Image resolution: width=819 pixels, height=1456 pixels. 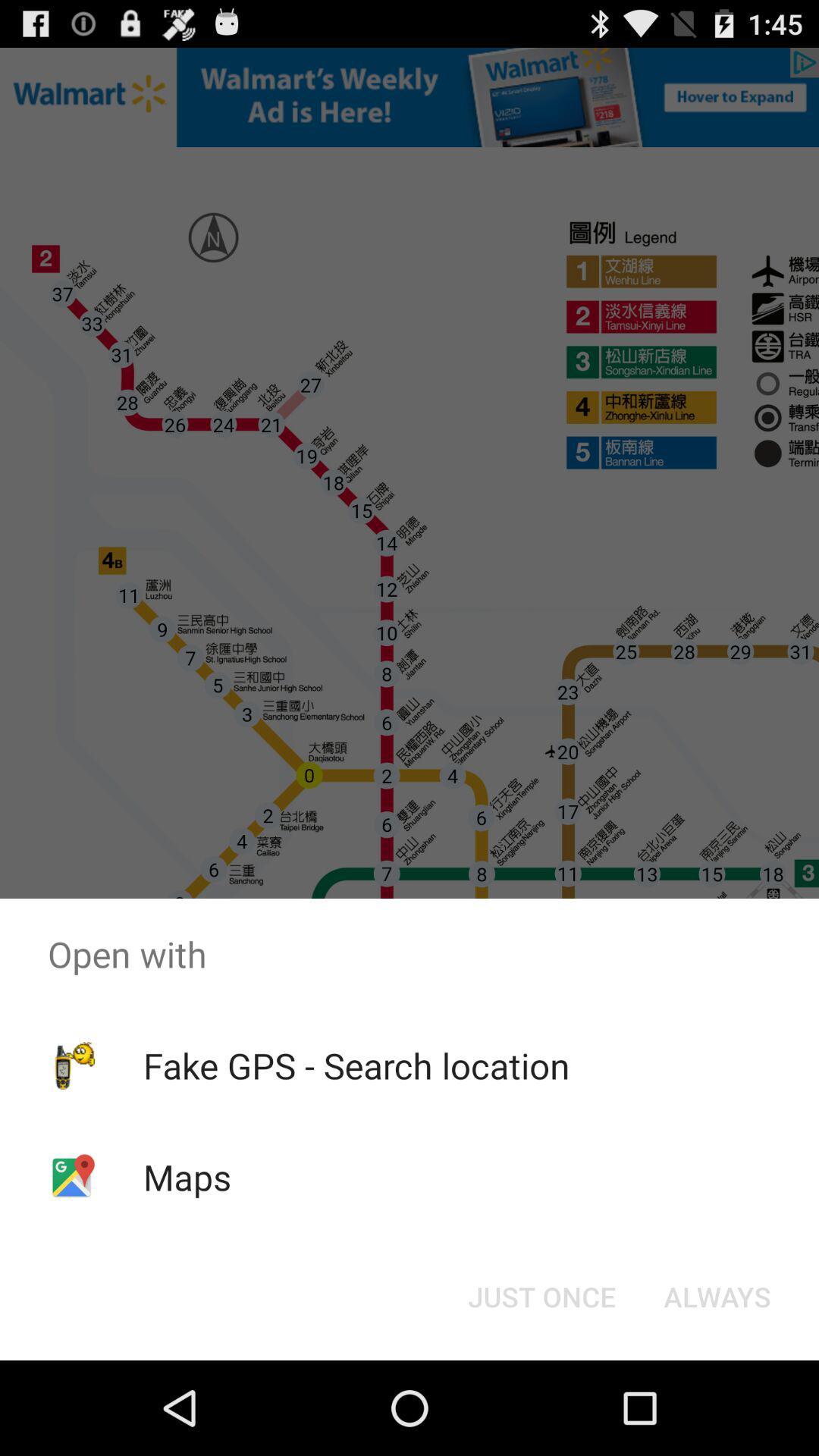 What do you see at coordinates (541, 1295) in the screenshot?
I see `the item next to the always item` at bounding box center [541, 1295].